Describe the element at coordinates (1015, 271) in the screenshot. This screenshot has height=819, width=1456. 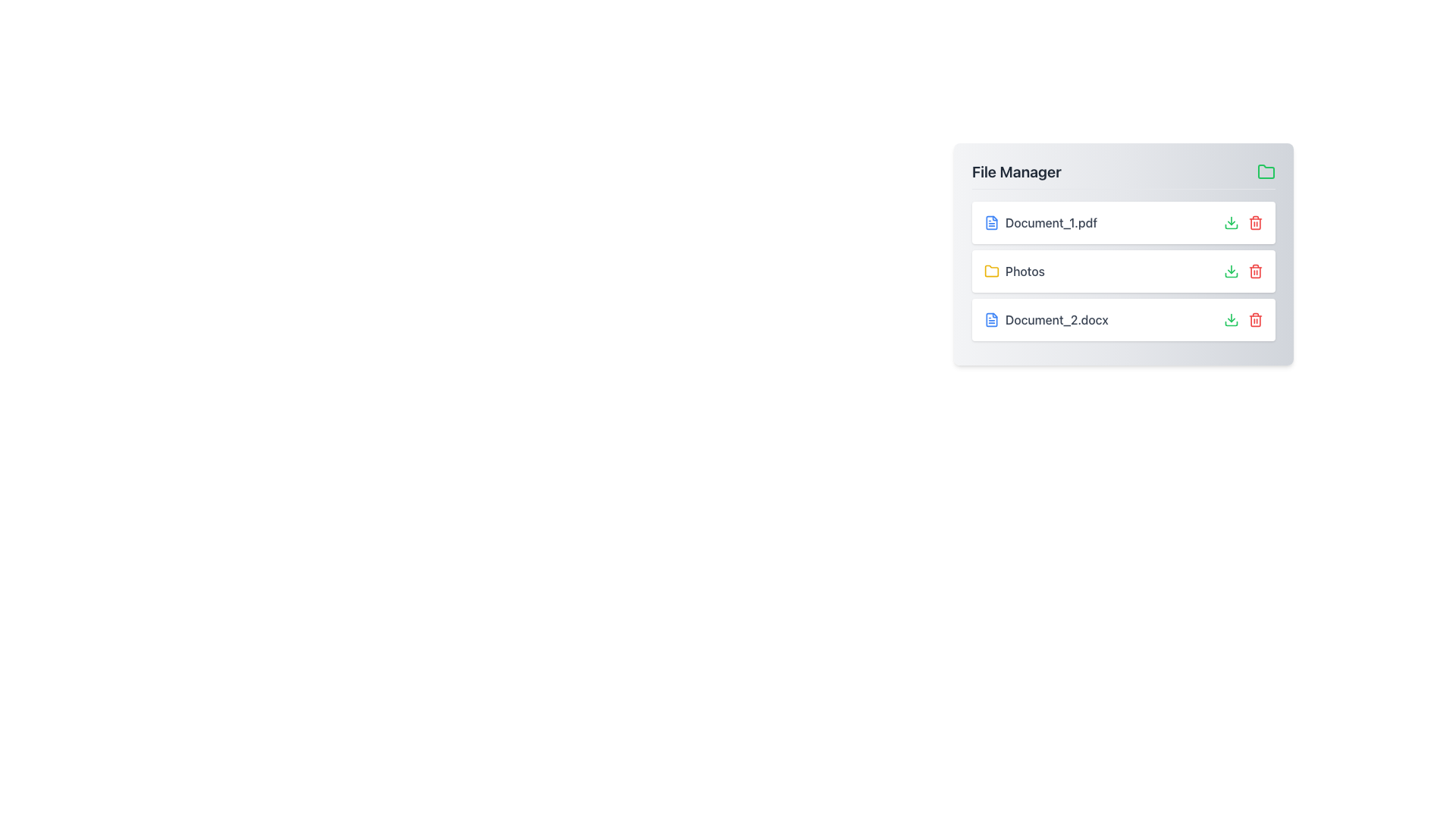
I see `the 'Photos' folder icon` at that location.